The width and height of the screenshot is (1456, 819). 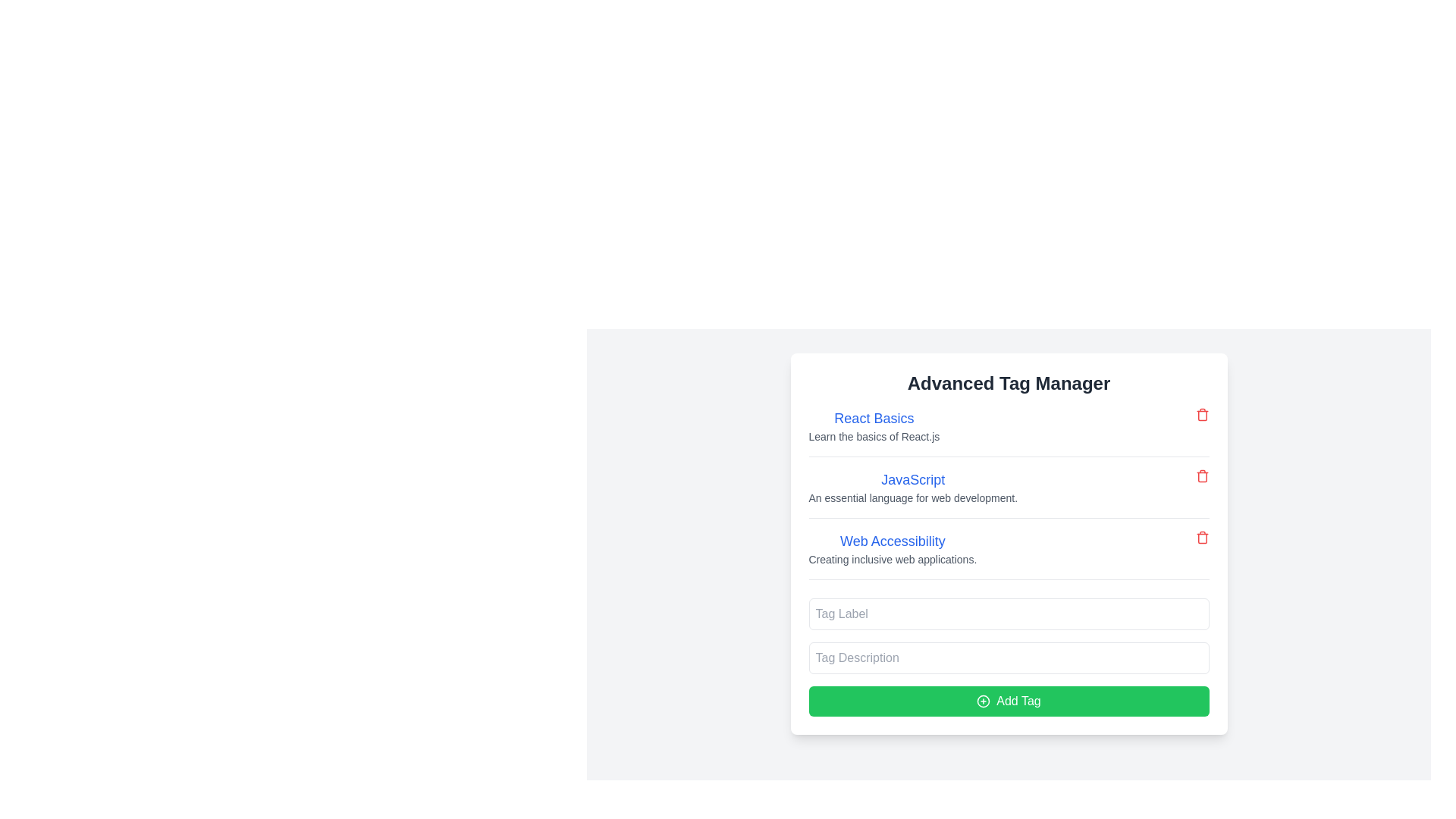 I want to click on the static text that provides additional information about the 'JavaScript' heading, located within the 'Advanced Tag Manager' section, as the second description text below the heading, so click(x=912, y=497).